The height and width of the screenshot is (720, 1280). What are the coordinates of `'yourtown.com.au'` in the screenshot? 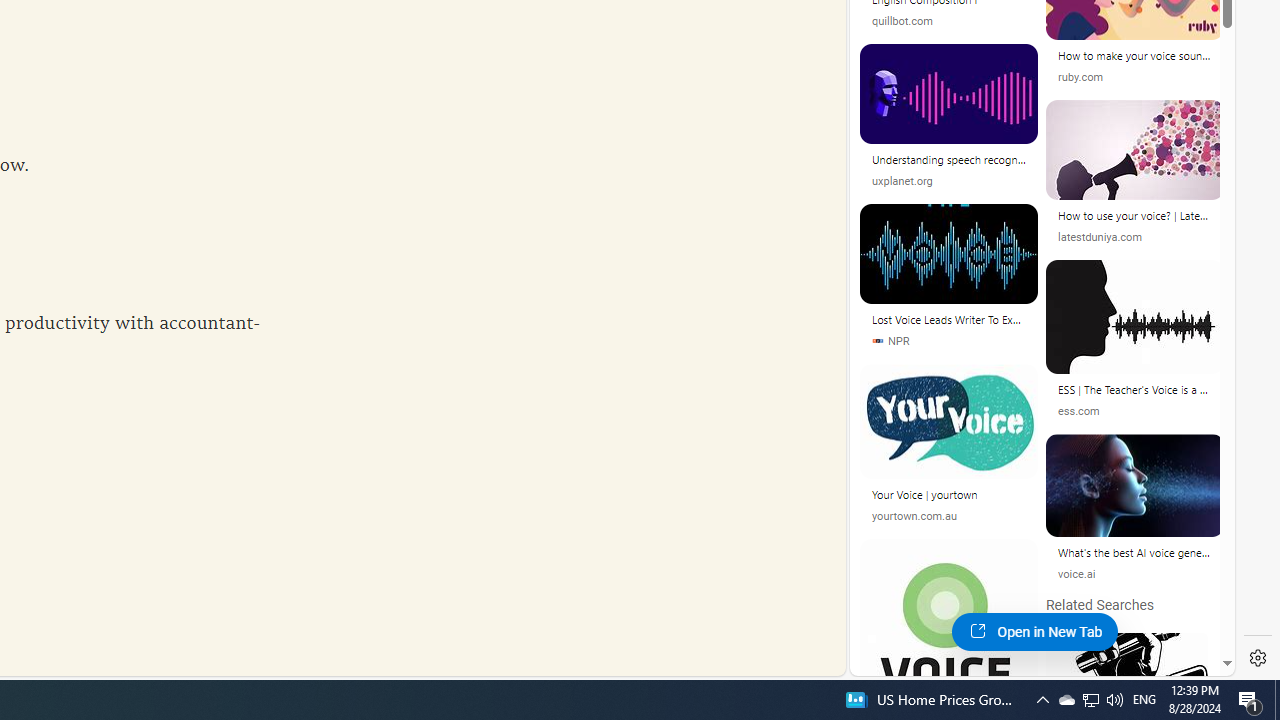 It's located at (948, 515).